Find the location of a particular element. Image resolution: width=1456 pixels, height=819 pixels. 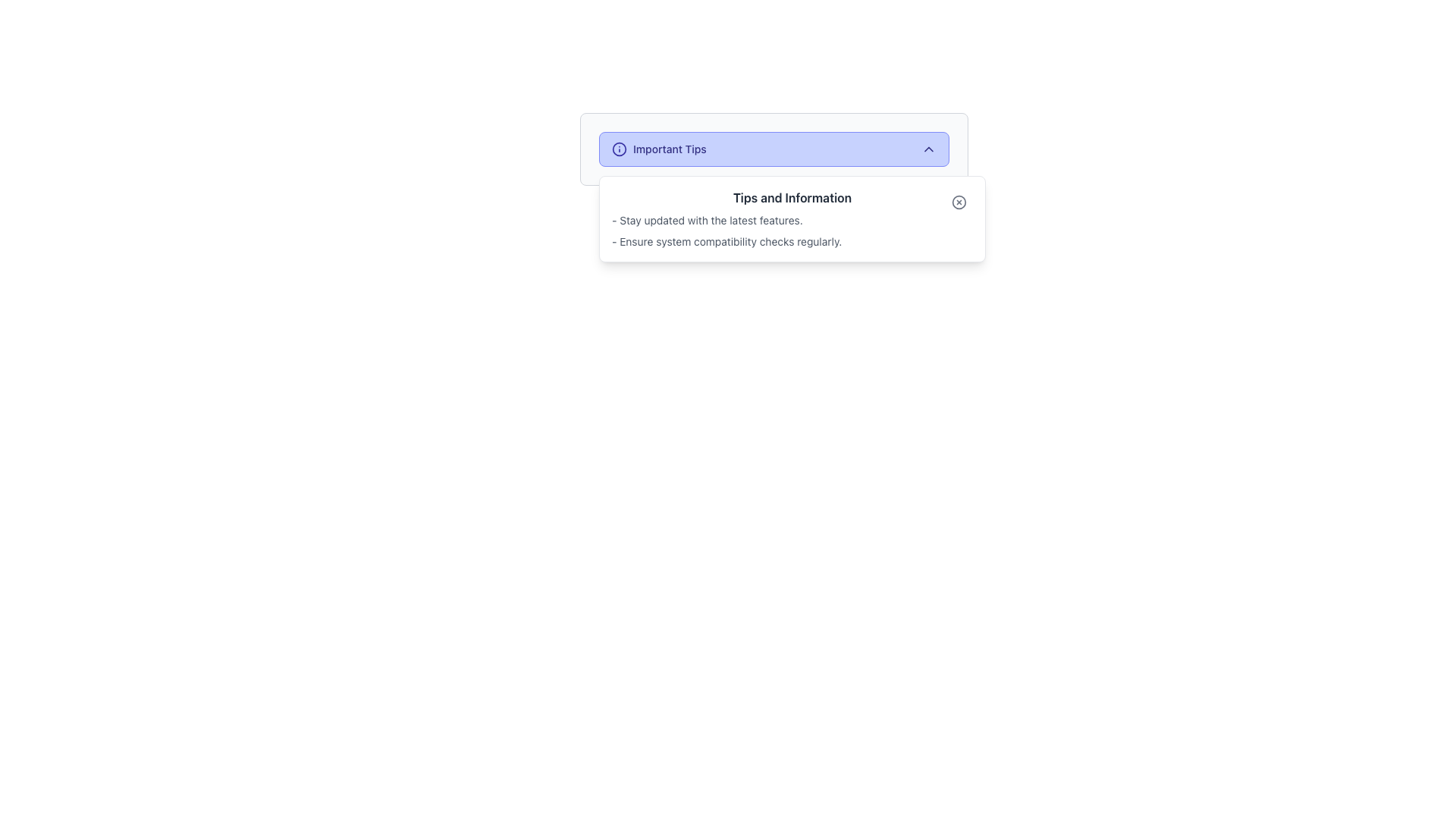

the Text label located near the top left of the dropdown box, which serves as a title for the dropdown content is located at coordinates (669, 149).